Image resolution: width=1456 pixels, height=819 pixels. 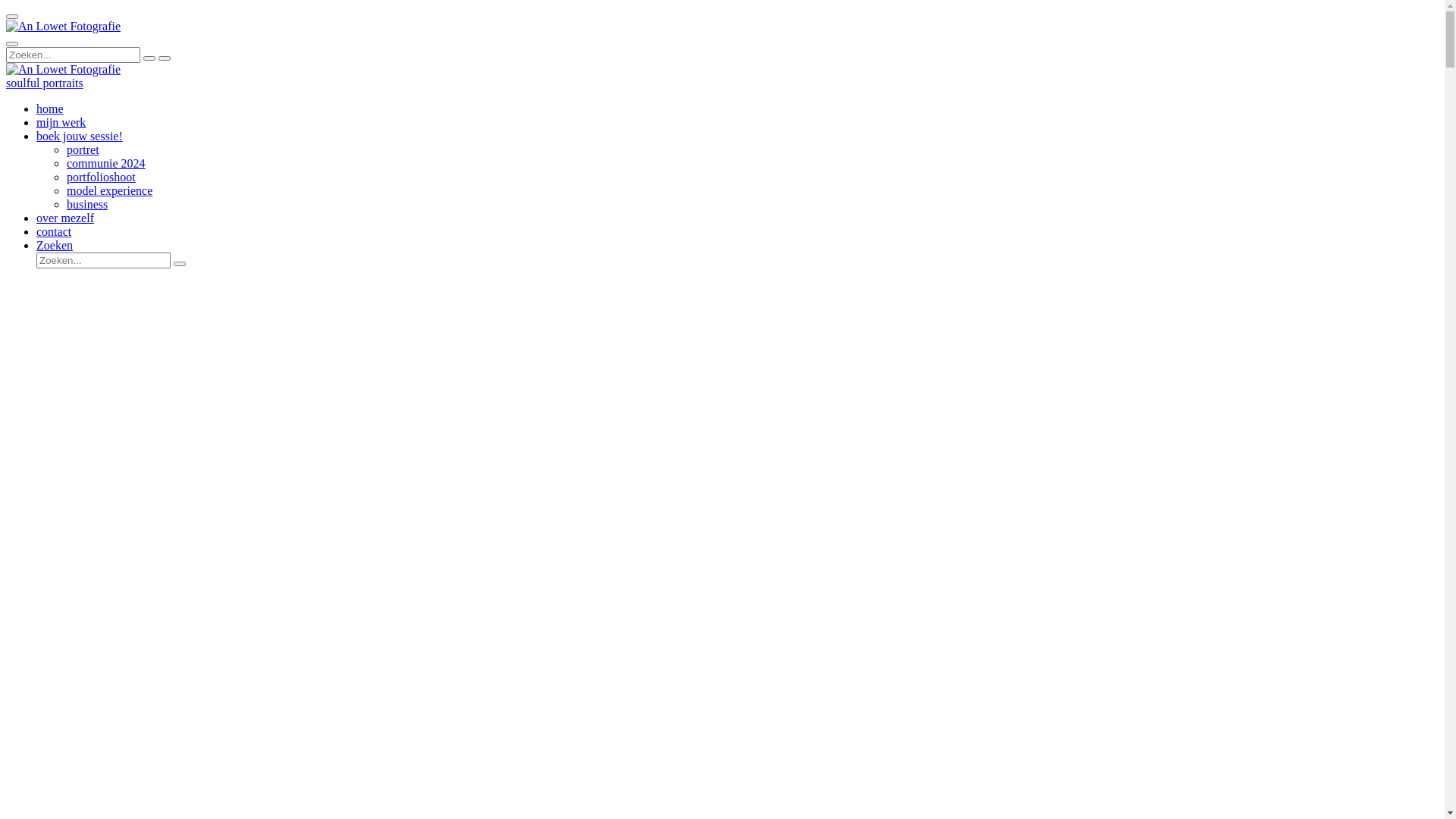 What do you see at coordinates (105, 163) in the screenshot?
I see `'communie 2024'` at bounding box center [105, 163].